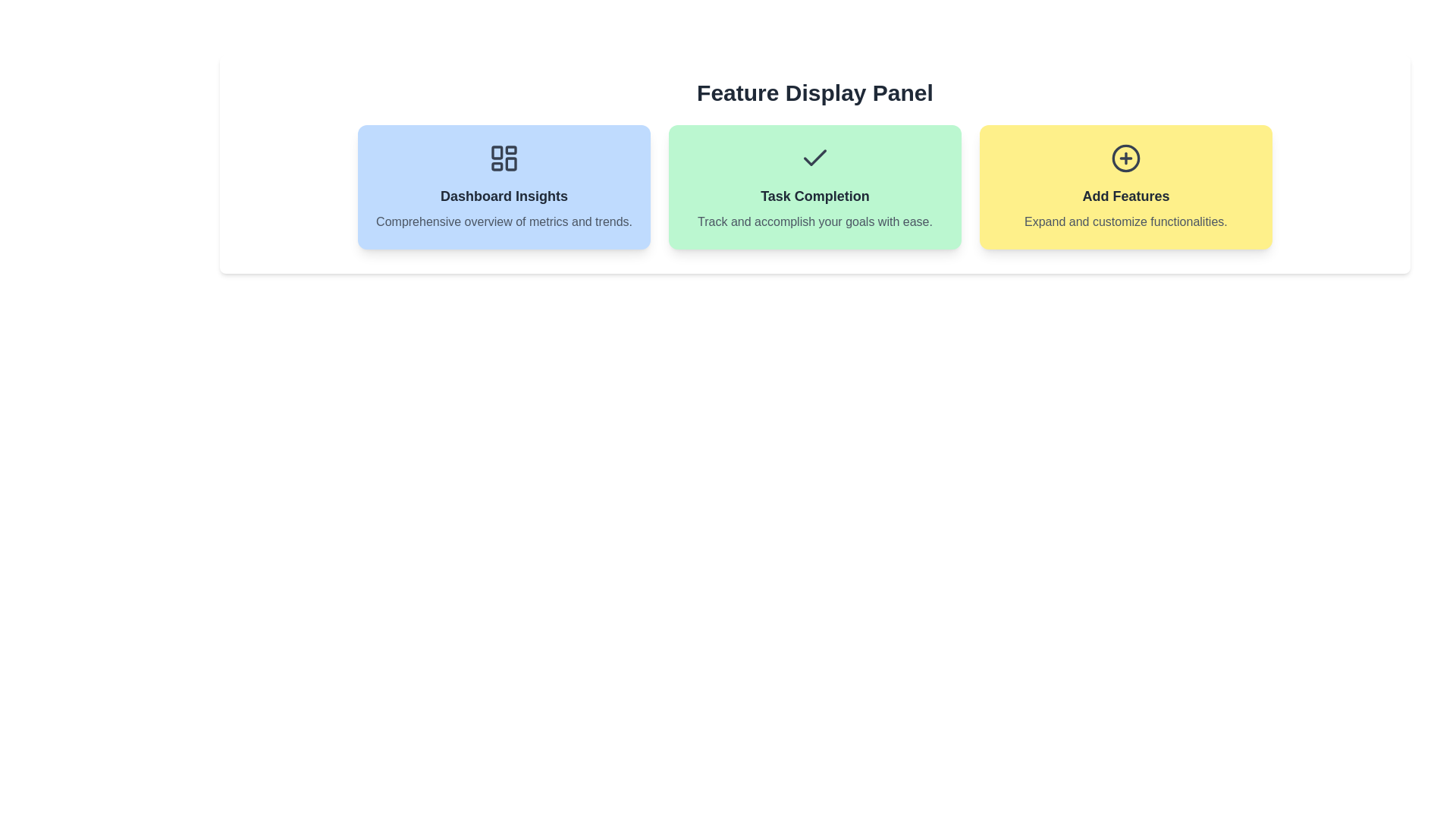  Describe the element at coordinates (814, 158) in the screenshot. I see `the checkmark SVG icon located at the top-center of the green section labeled 'Task Completion', which serves as a visual representation of completion` at that location.